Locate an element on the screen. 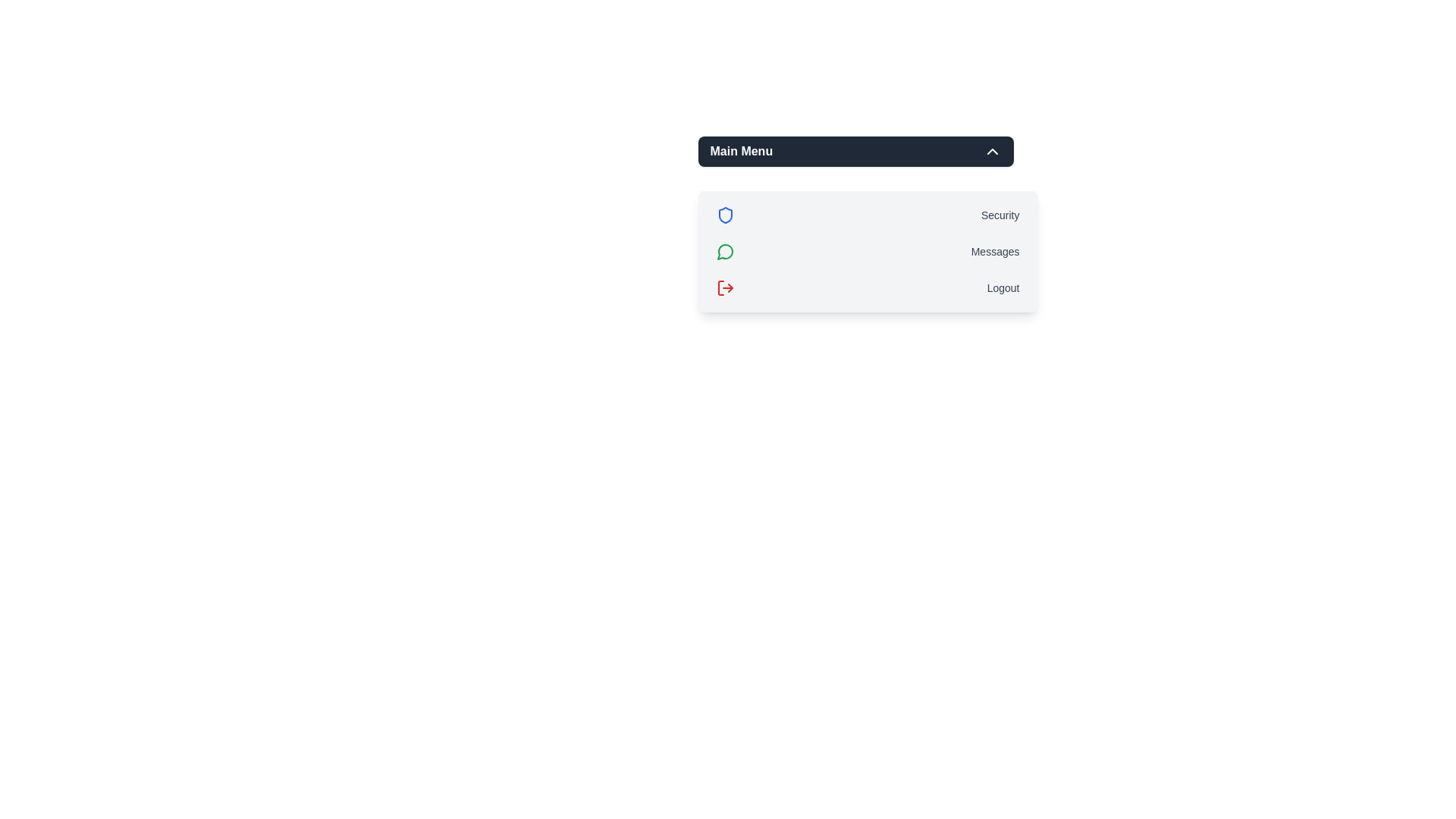 This screenshot has height=819, width=1456. the 'Security' option in the dropdown menu located below the 'Main Menu' button is located at coordinates (868, 215).